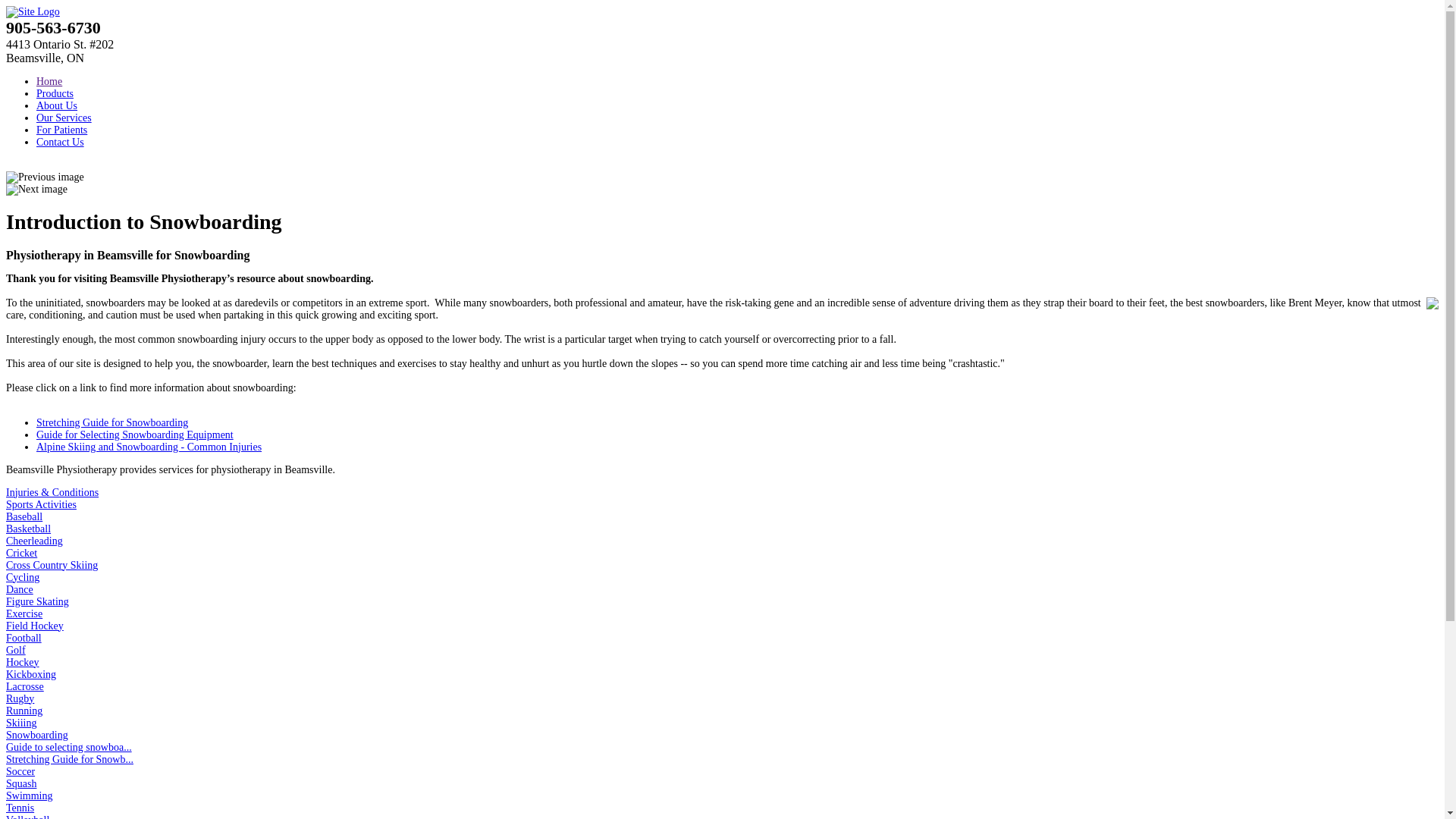 The image size is (1456, 819). What do you see at coordinates (6, 492) in the screenshot?
I see `'Injuries & Conditions'` at bounding box center [6, 492].